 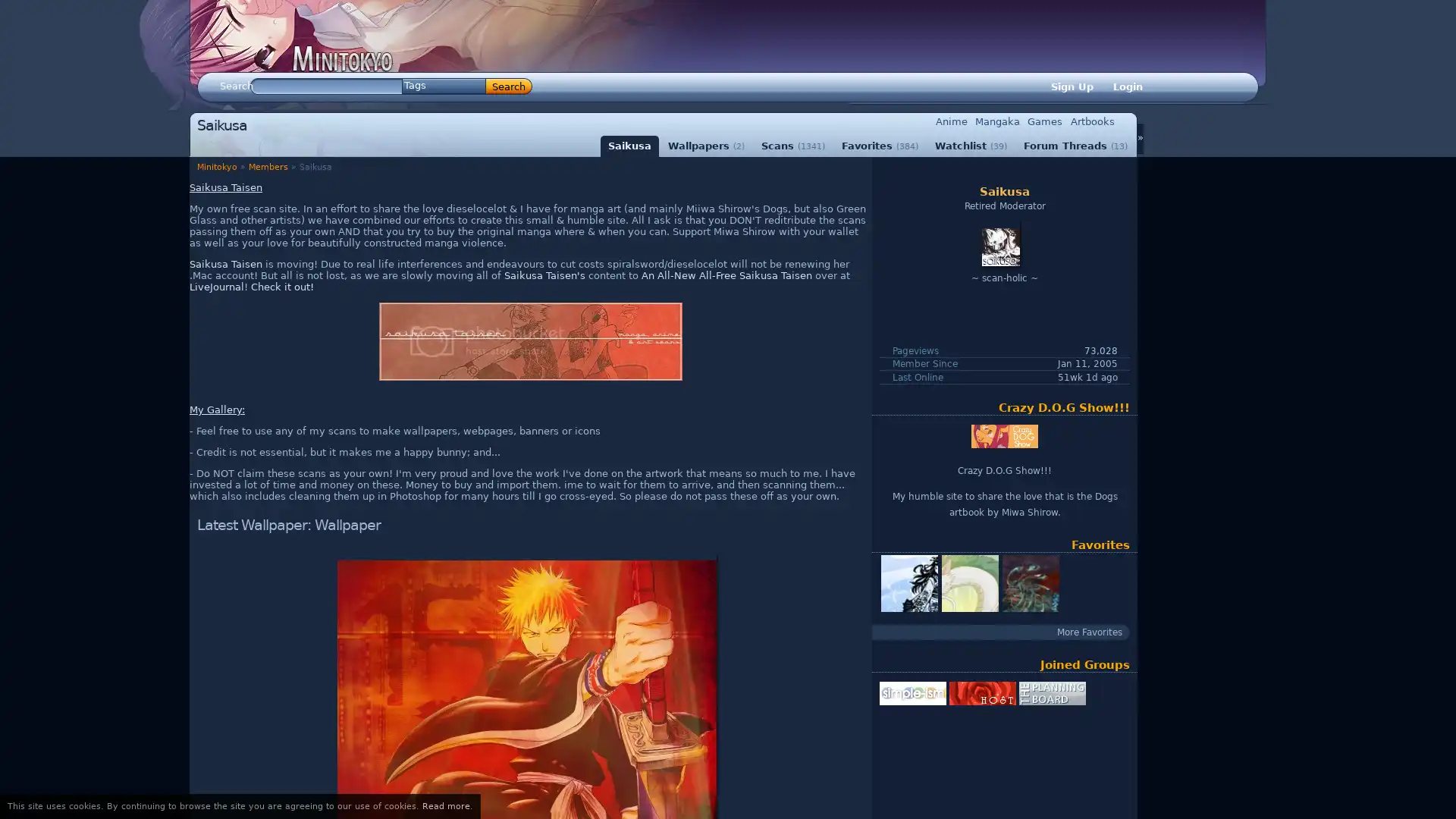 What do you see at coordinates (509, 86) in the screenshot?
I see `Search` at bounding box center [509, 86].